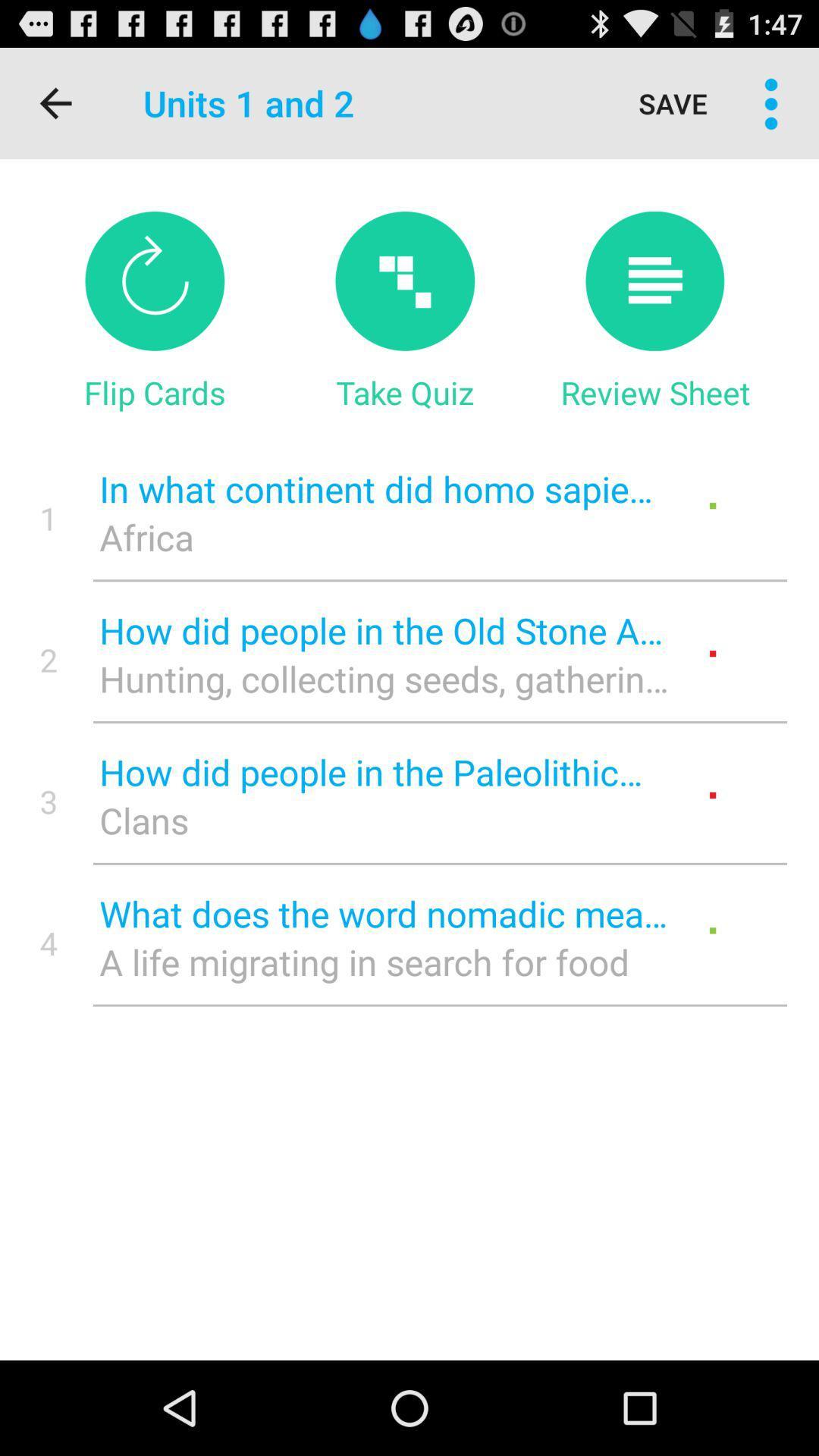 This screenshot has height=1456, width=819. What do you see at coordinates (383, 537) in the screenshot?
I see `the item next to the 1` at bounding box center [383, 537].